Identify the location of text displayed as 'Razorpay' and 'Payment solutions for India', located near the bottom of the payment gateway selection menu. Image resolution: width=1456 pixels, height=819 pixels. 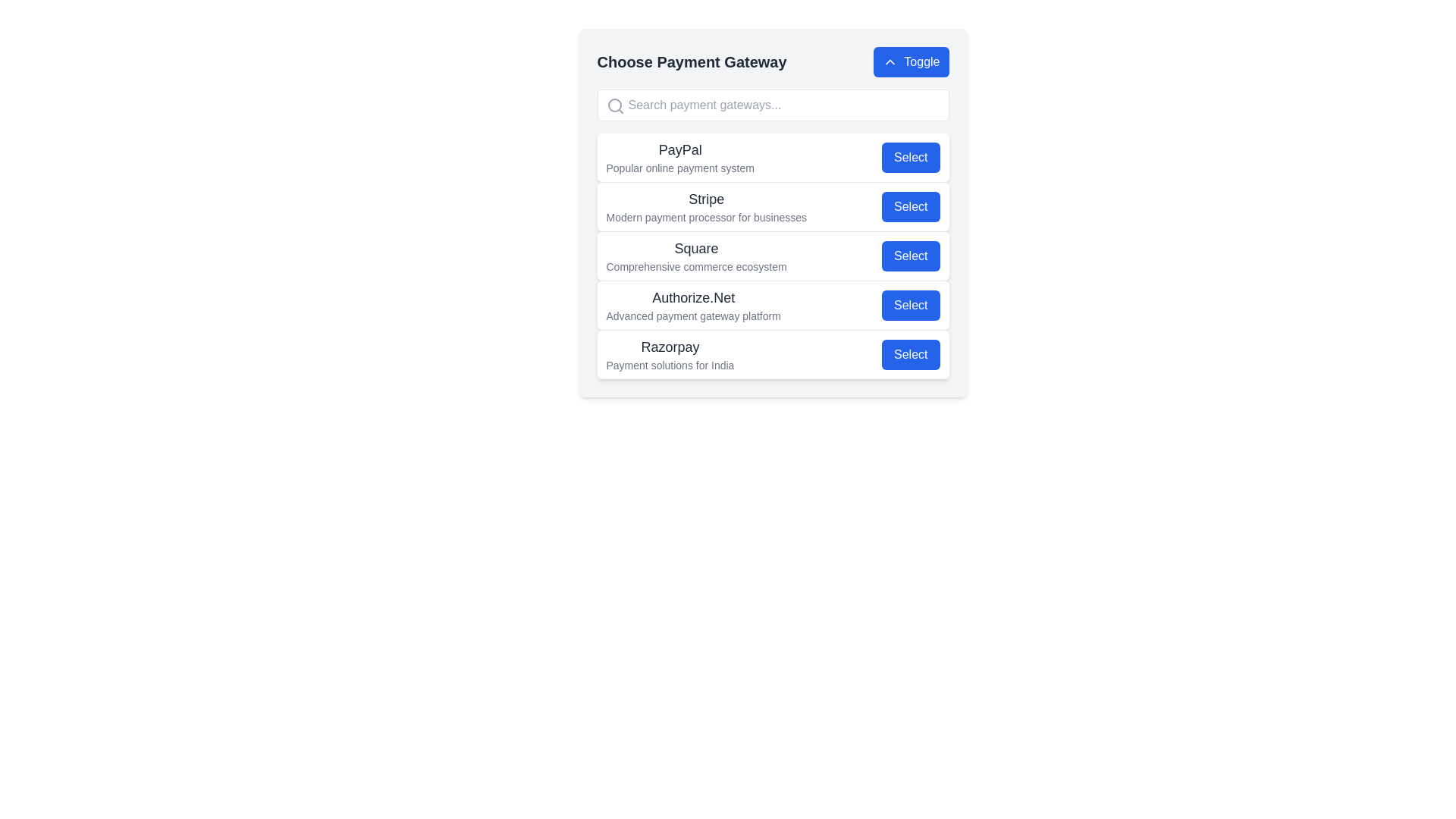
(669, 354).